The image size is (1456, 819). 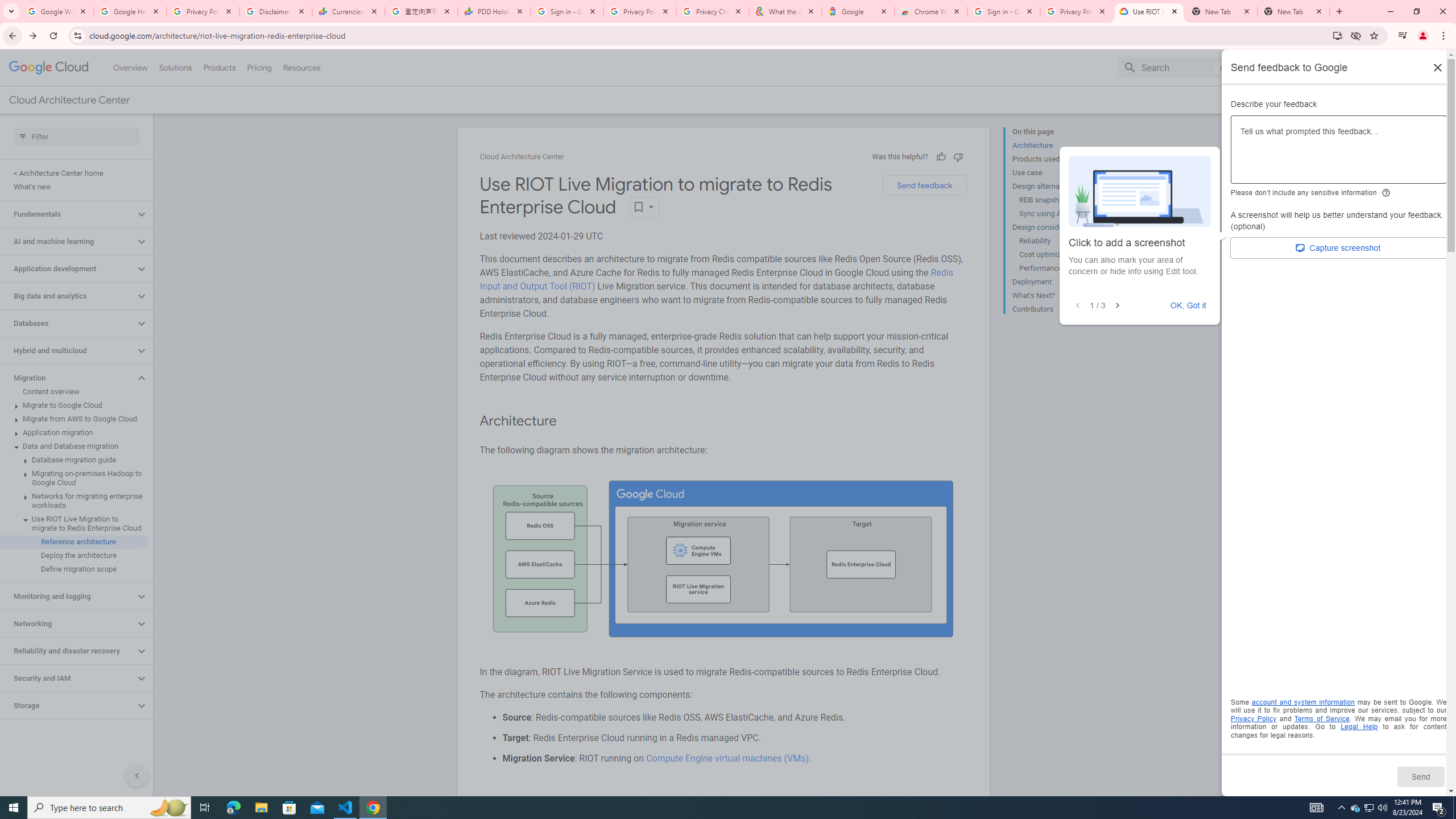 I want to click on 'Big data and analytics', so click(x=67, y=296).